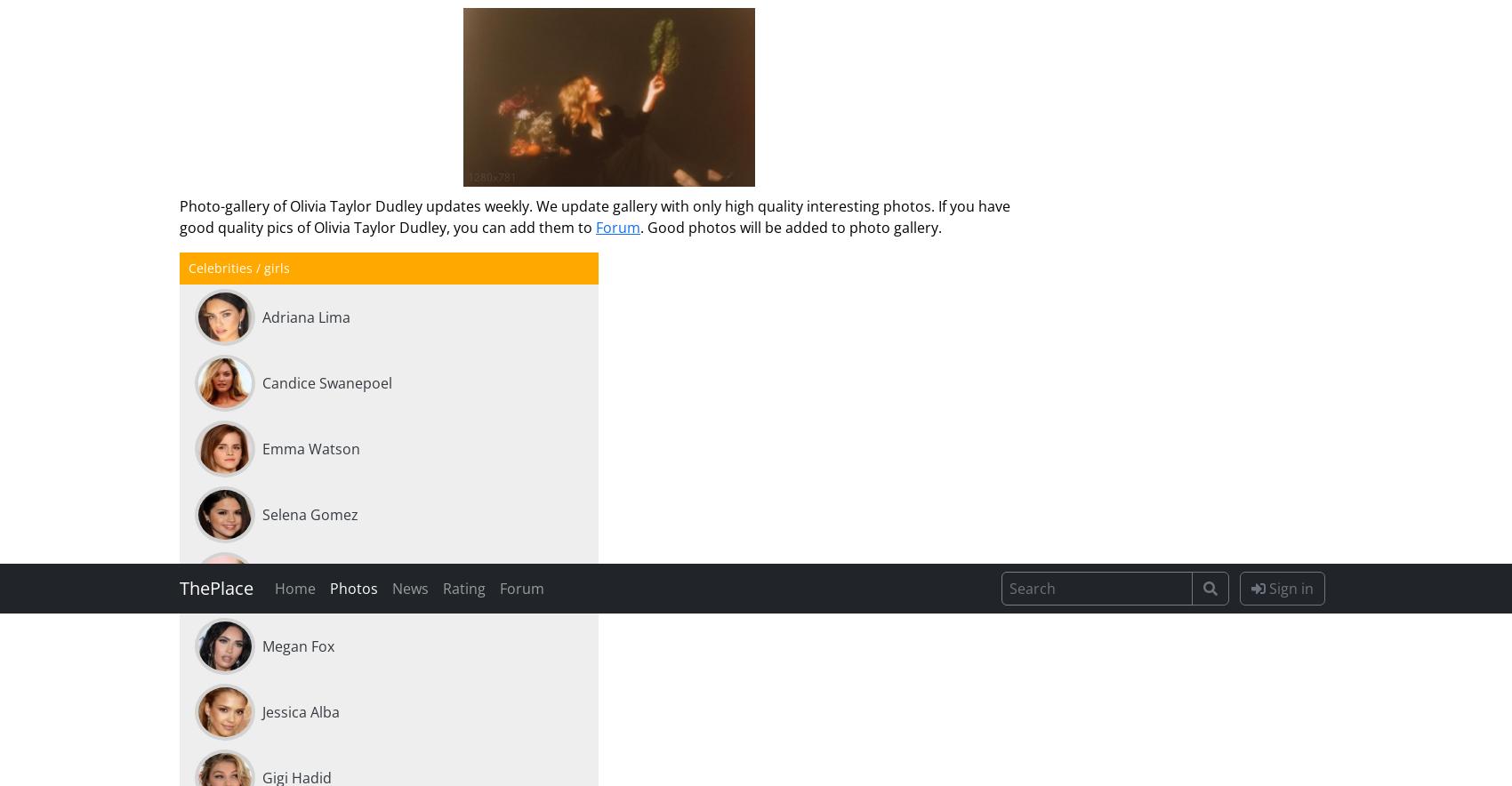  What do you see at coordinates (299, 216) in the screenshot?
I see `'Kate Upton'` at bounding box center [299, 216].